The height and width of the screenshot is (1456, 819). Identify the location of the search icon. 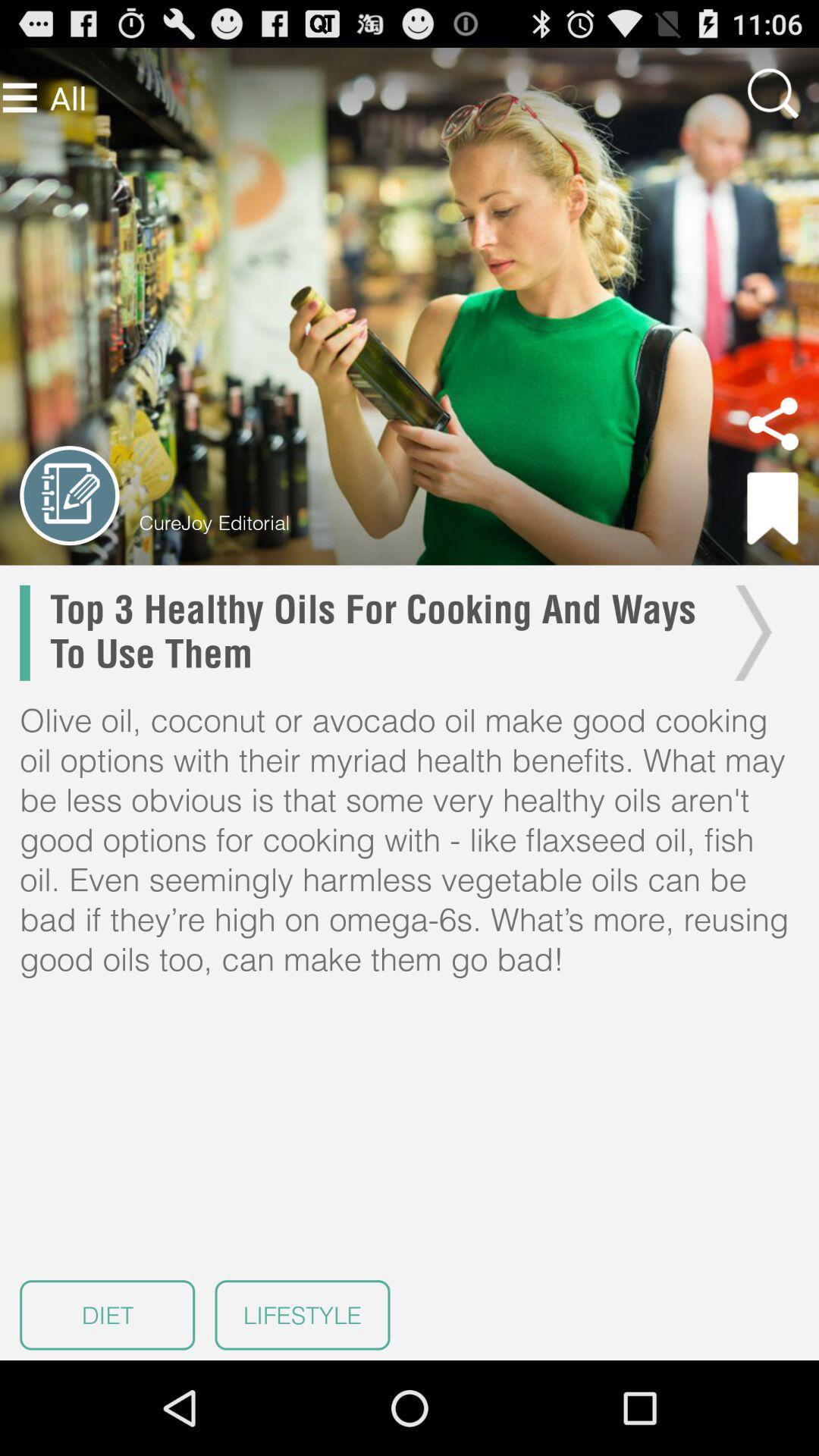
(773, 99).